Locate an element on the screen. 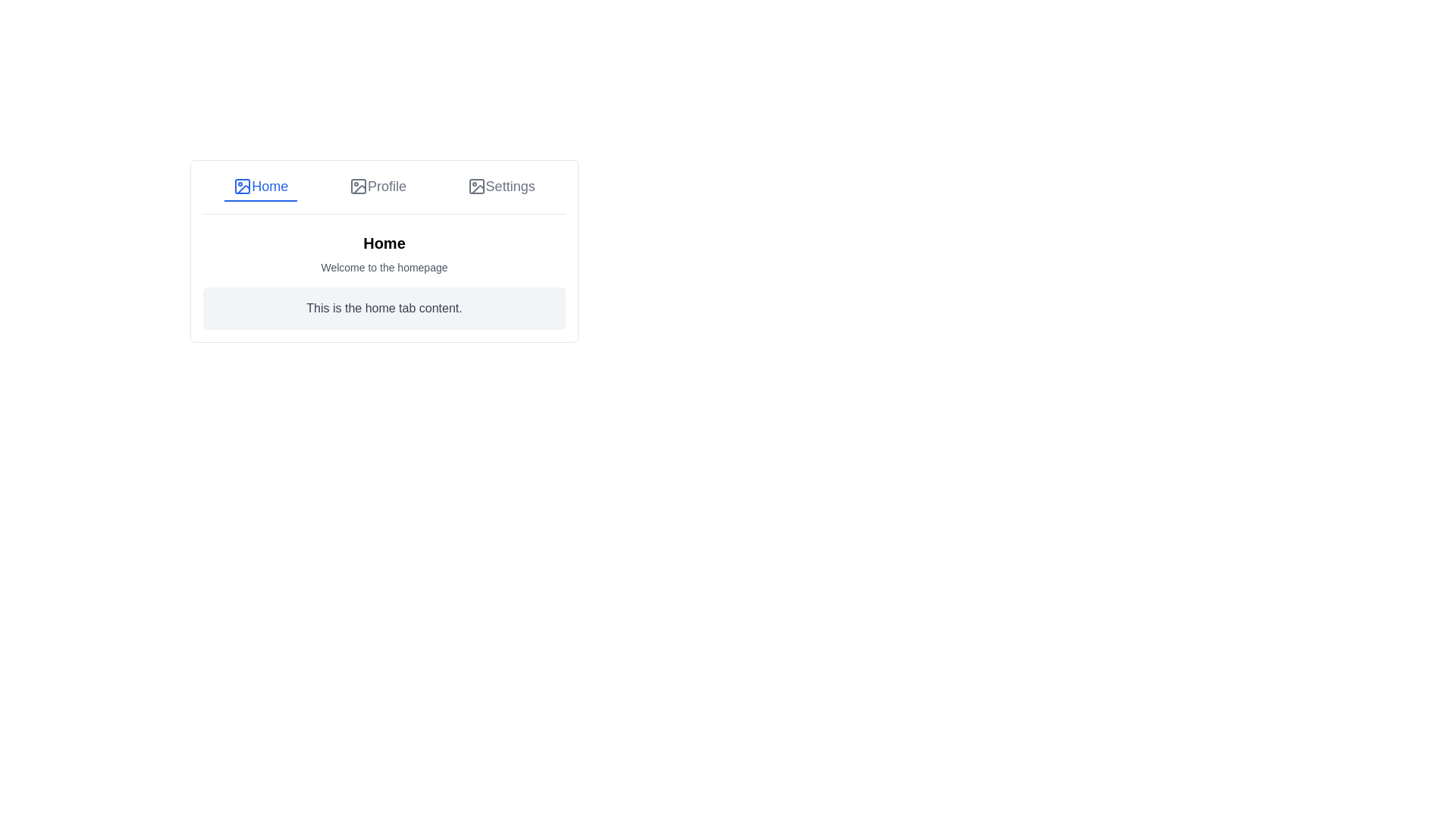 The height and width of the screenshot is (819, 1456). the bold, black-colored 'Home' header text, which is centrally aligned and serves as the title for the section above other content elements is located at coordinates (384, 242).